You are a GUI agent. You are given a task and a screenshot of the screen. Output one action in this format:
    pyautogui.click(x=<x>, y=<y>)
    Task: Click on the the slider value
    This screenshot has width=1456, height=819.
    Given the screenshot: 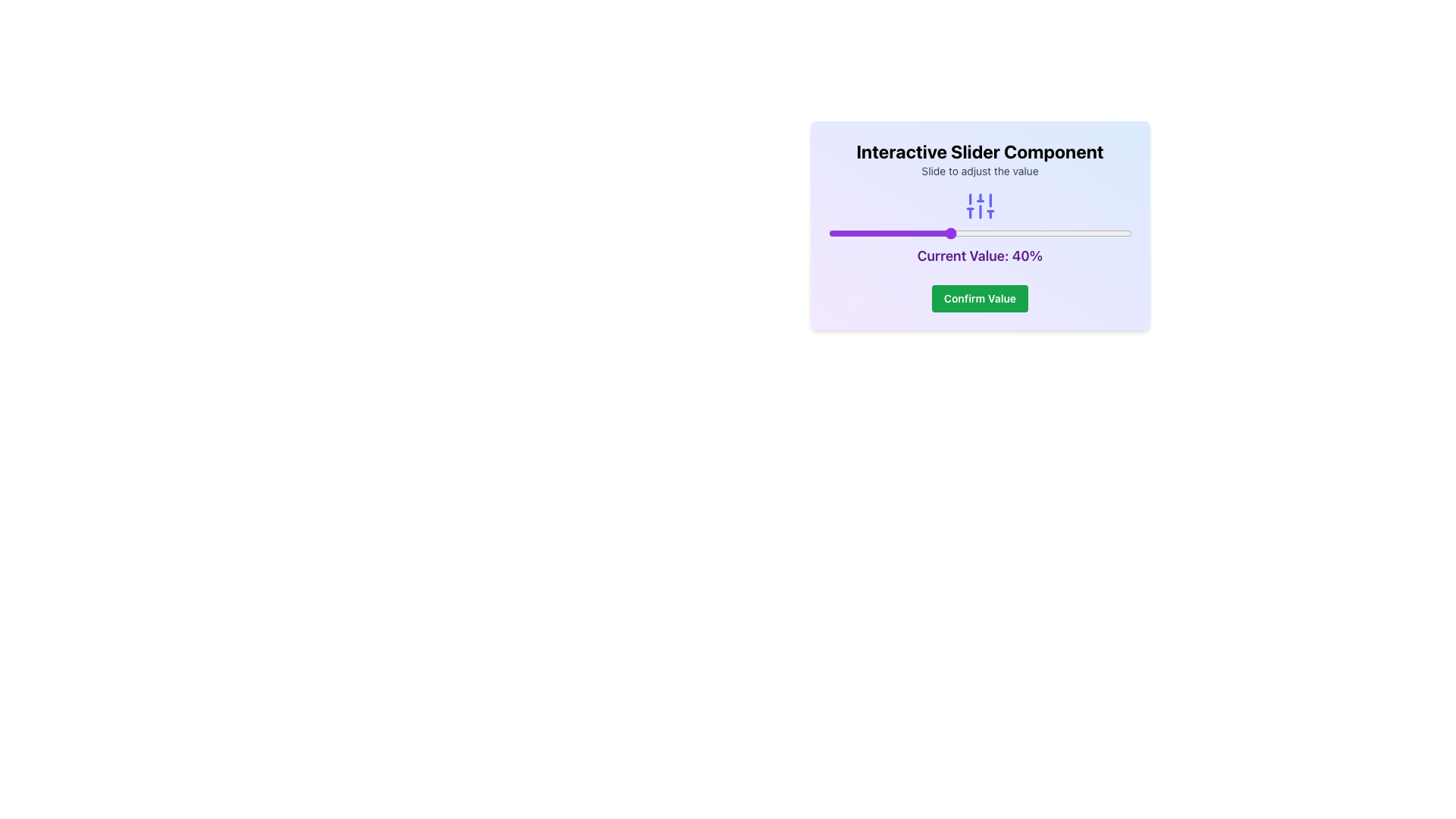 What is the action you would take?
    pyautogui.click(x=1058, y=234)
    